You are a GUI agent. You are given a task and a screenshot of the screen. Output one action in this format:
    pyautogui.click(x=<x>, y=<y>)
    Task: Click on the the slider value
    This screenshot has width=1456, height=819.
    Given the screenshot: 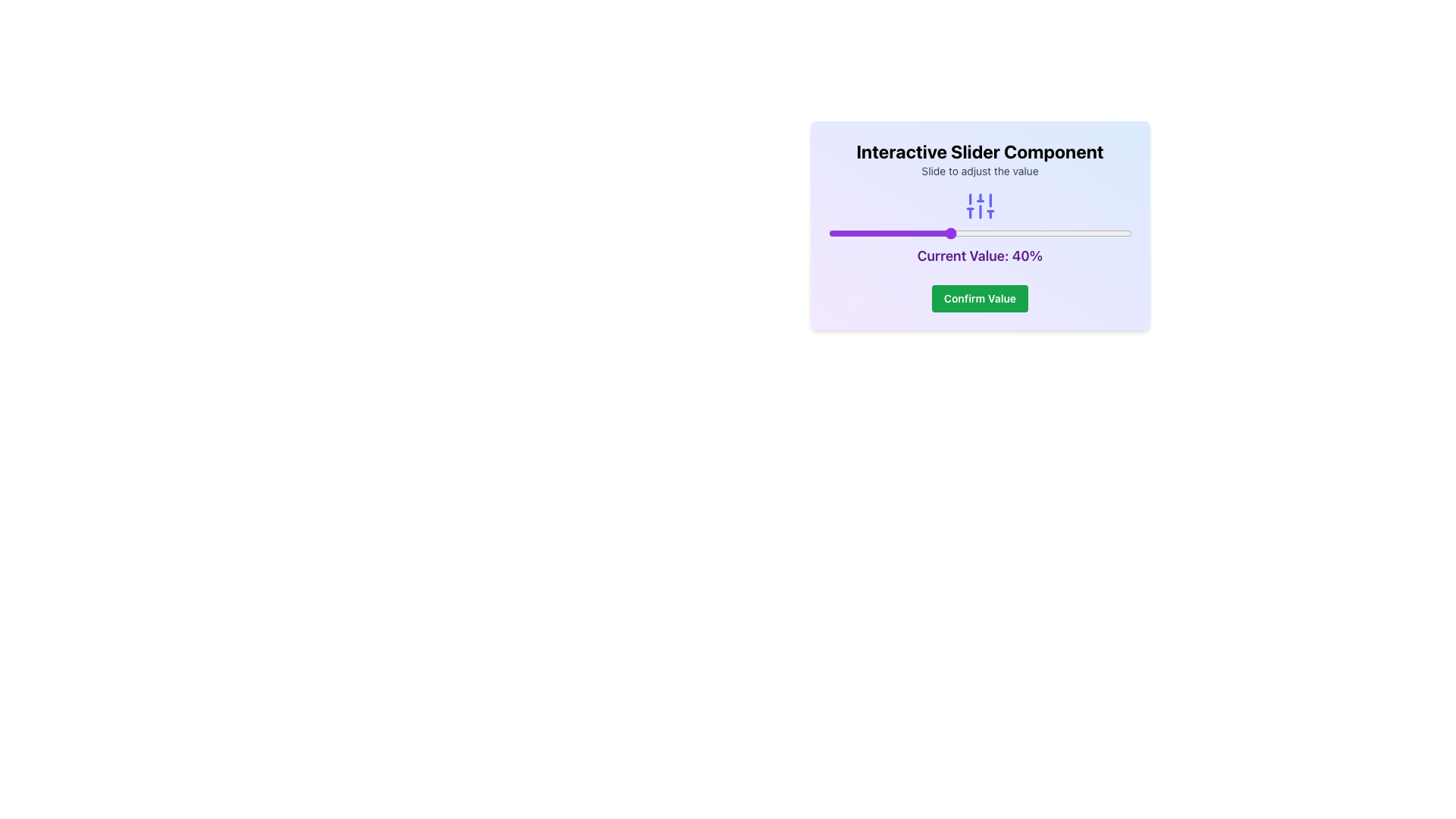 What is the action you would take?
    pyautogui.click(x=1058, y=234)
    